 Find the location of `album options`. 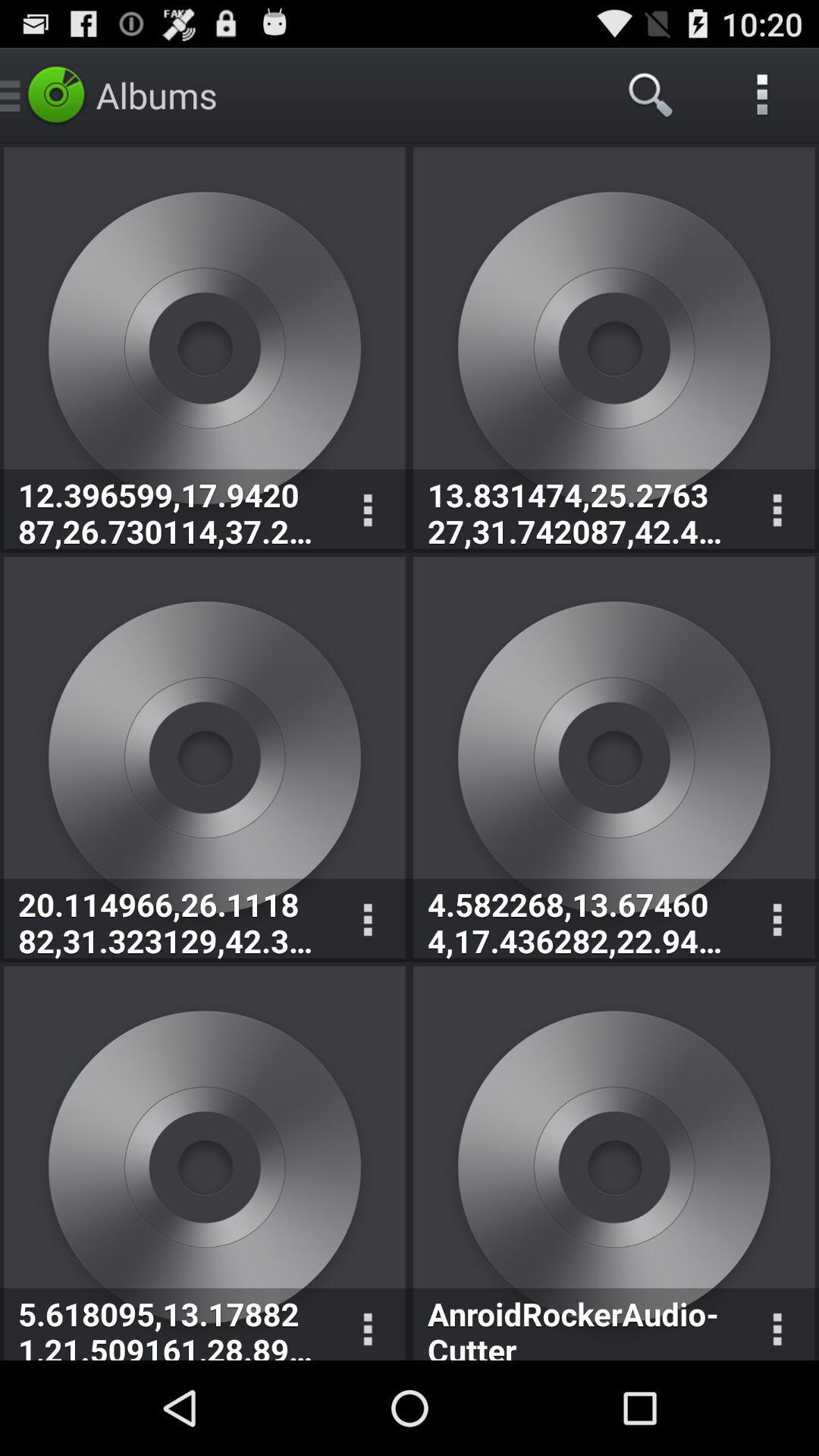

album options is located at coordinates (367, 510).